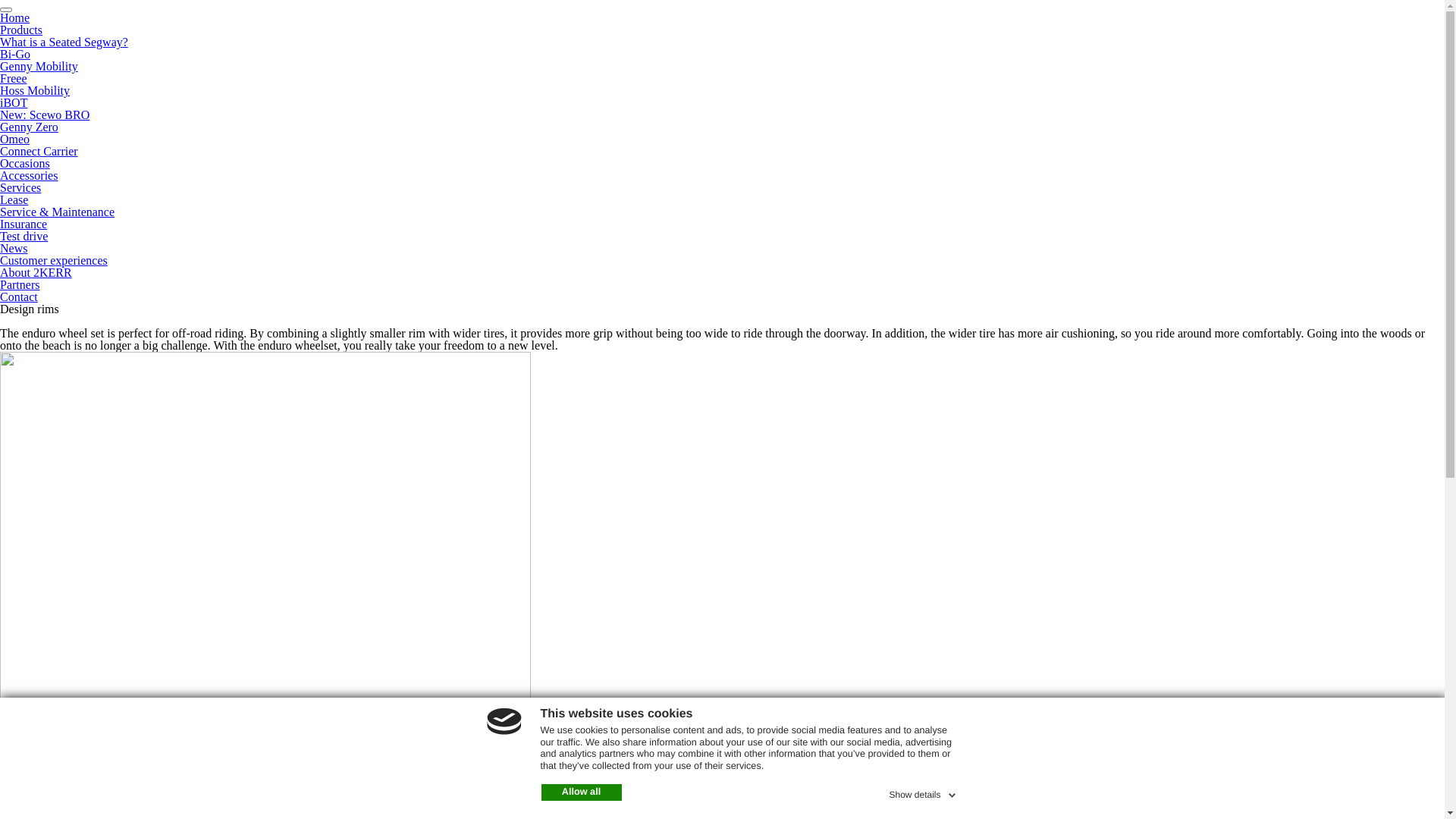  Describe the element at coordinates (14, 102) in the screenshot. I see `'iBOT'` at that location.